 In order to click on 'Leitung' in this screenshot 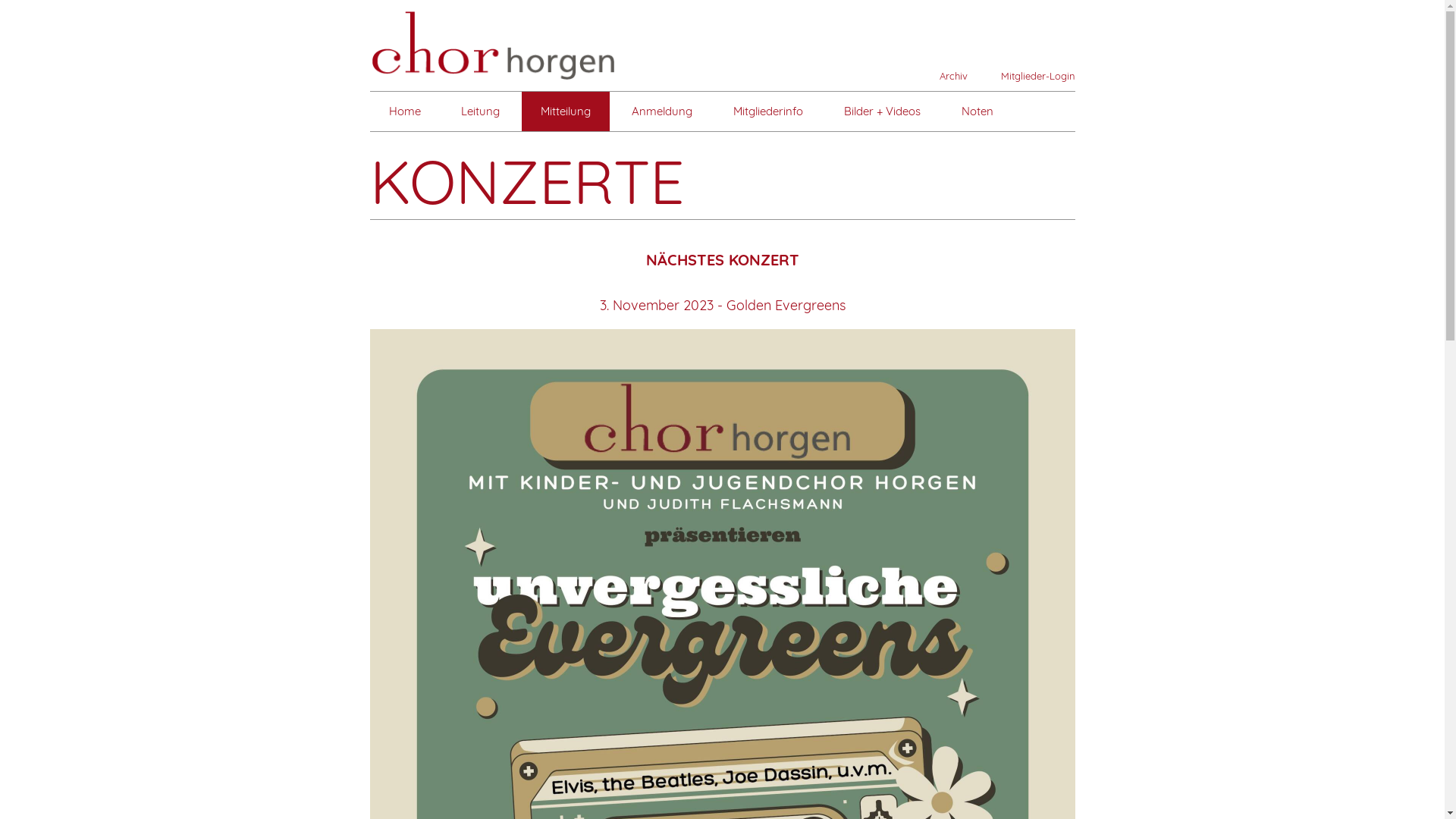, I will do `click(479, 110)`.